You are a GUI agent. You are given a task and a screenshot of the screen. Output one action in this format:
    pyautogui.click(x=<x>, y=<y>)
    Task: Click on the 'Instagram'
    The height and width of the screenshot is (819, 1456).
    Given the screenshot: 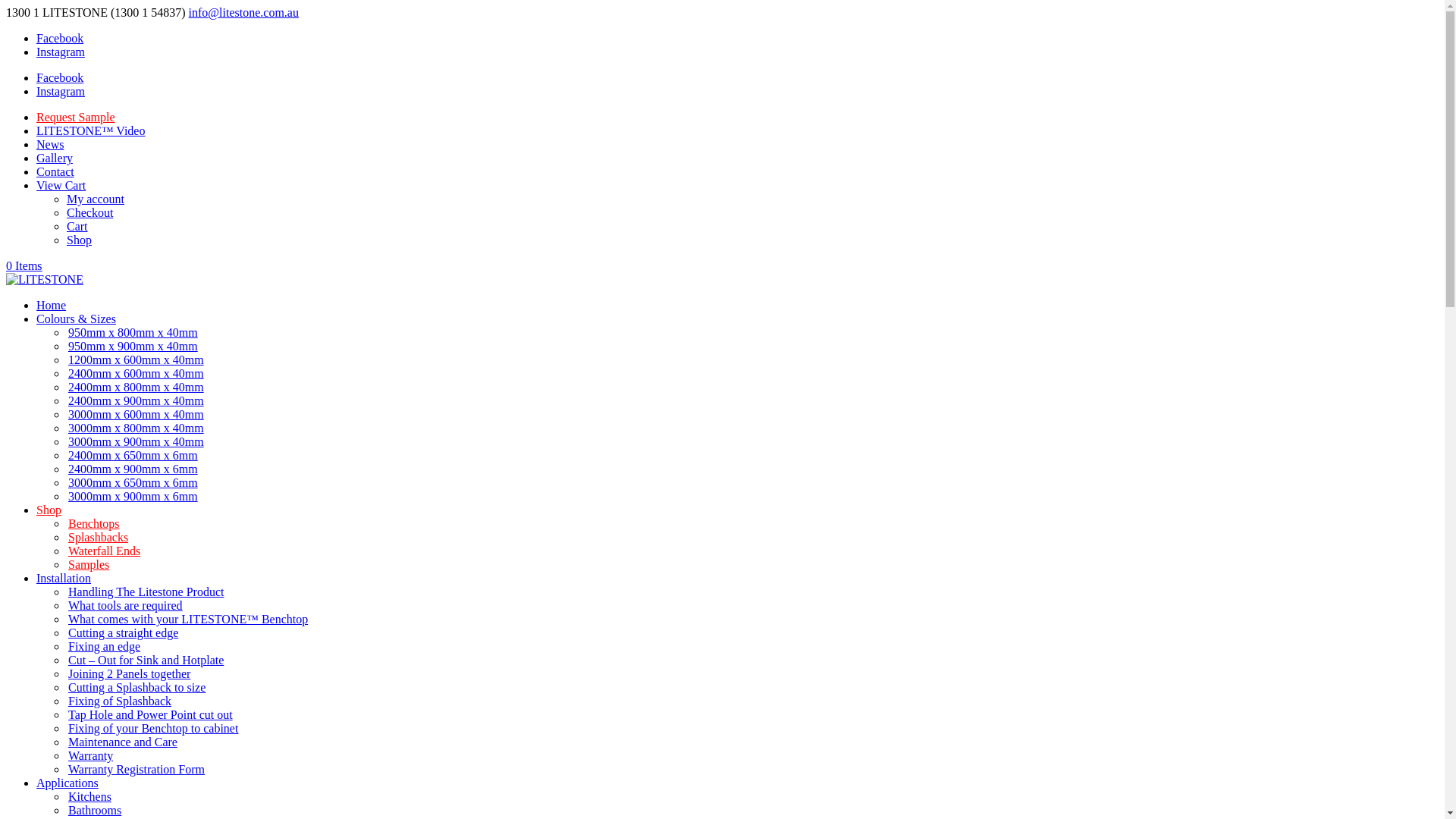 What is the action you would take?
    pyautogui.click(x=61, y=51)
    